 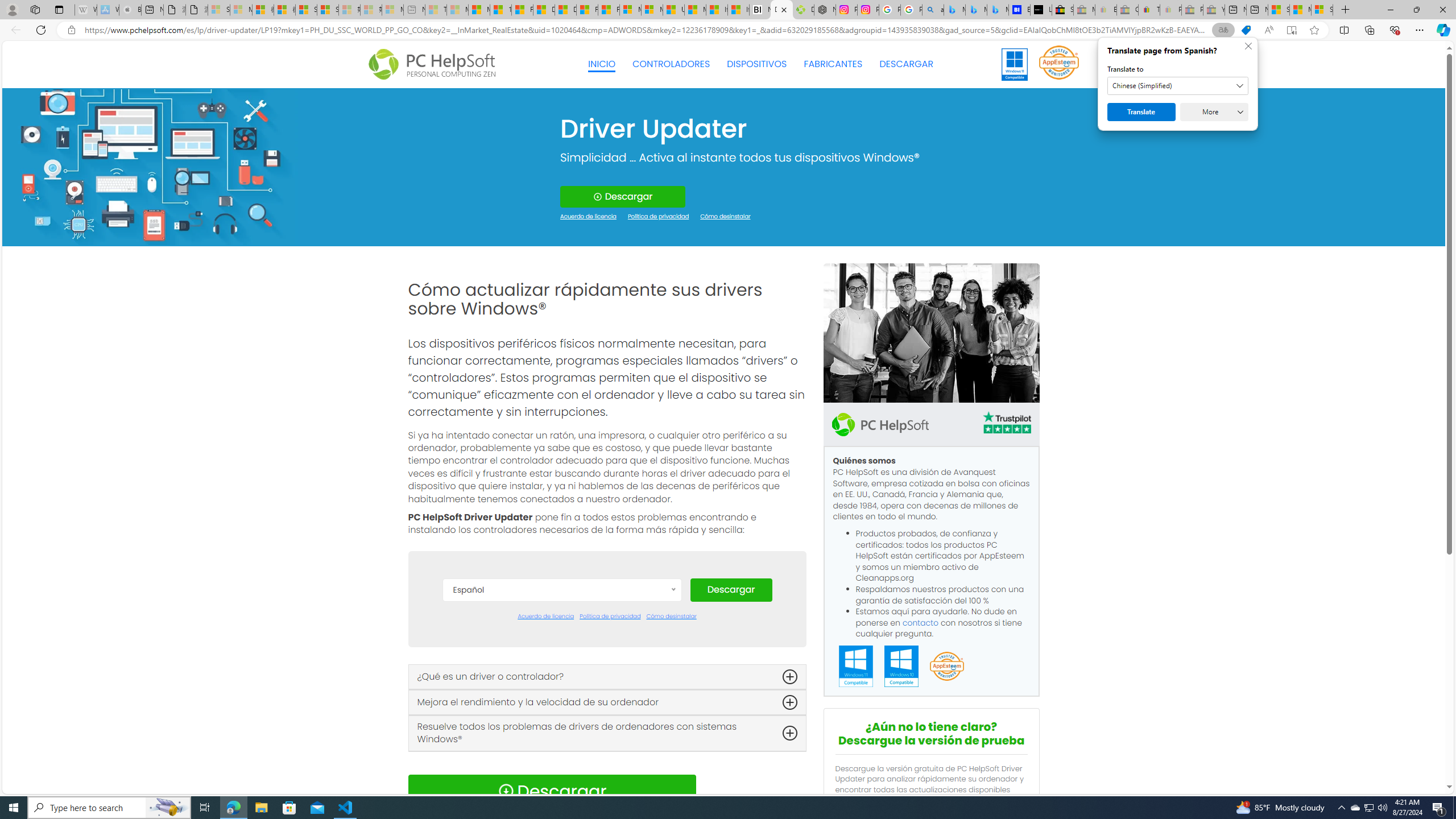 I want to click on 'App Esteem', so click(x=946, y=666).